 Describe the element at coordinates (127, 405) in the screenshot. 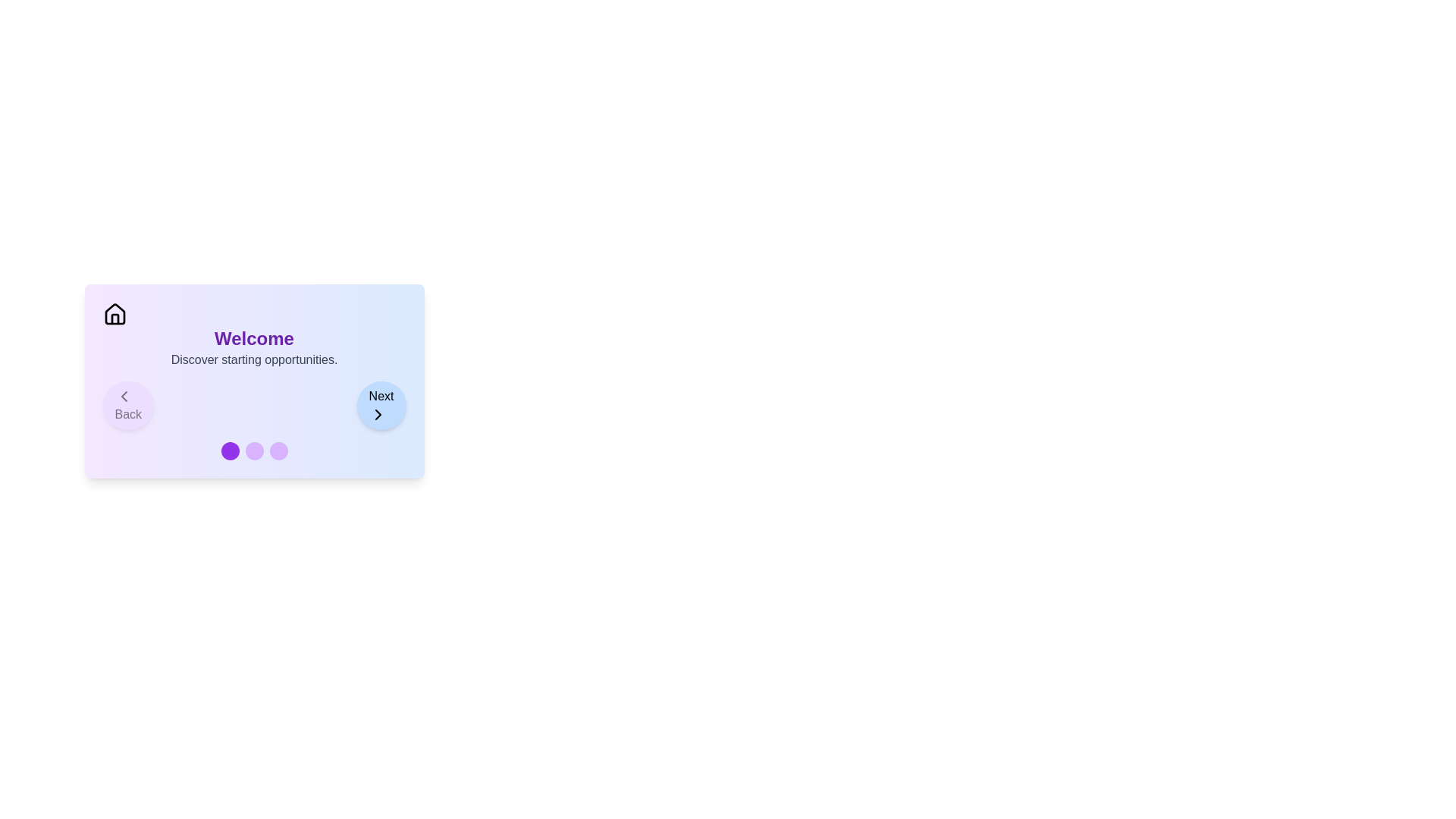

I see `the 'Back' button to navigate to the previous step` at that location.